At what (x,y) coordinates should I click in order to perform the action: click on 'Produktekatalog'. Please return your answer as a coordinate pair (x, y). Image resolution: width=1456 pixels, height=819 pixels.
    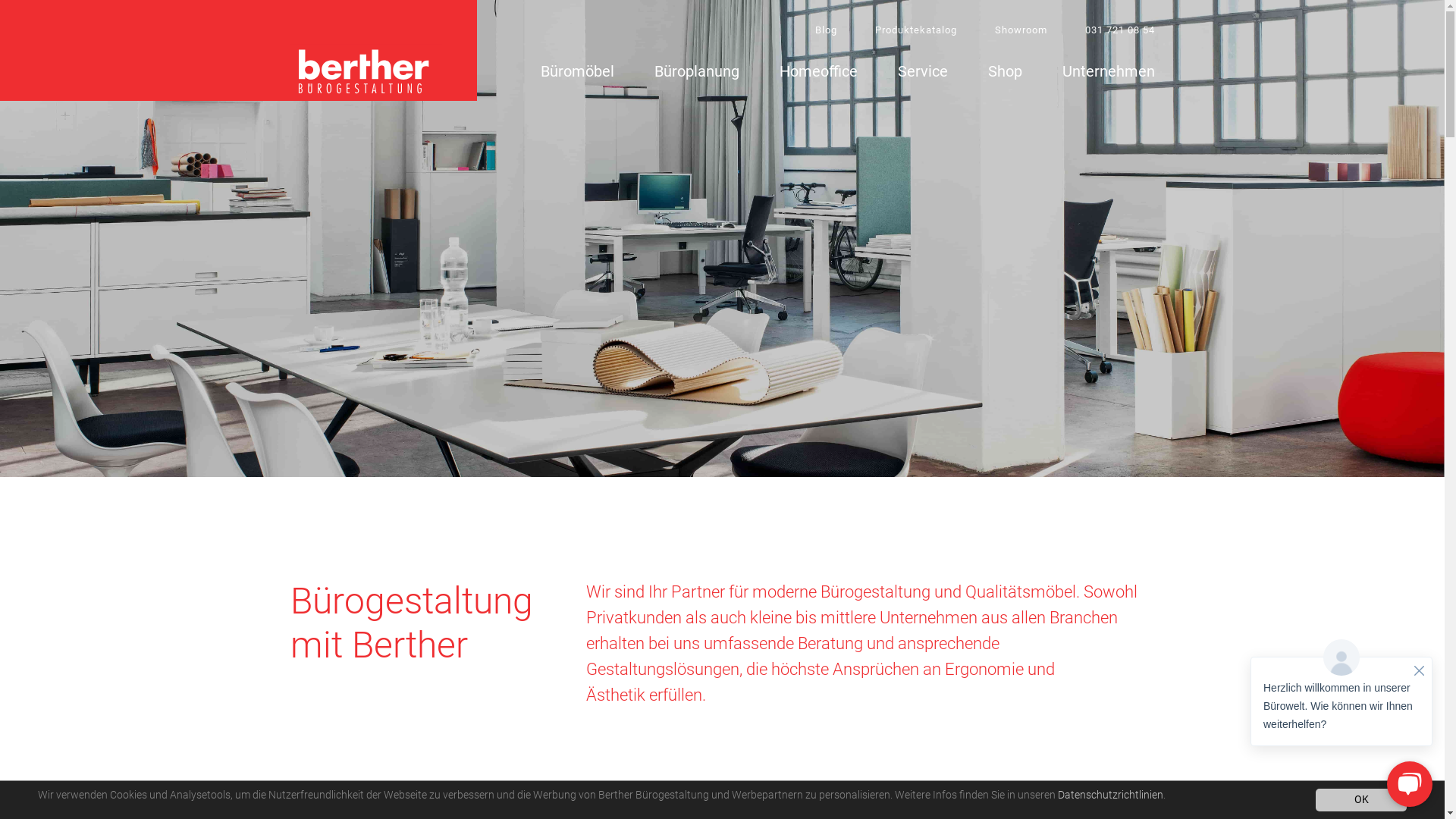
    Looking at the image, I should click on (915, 30).